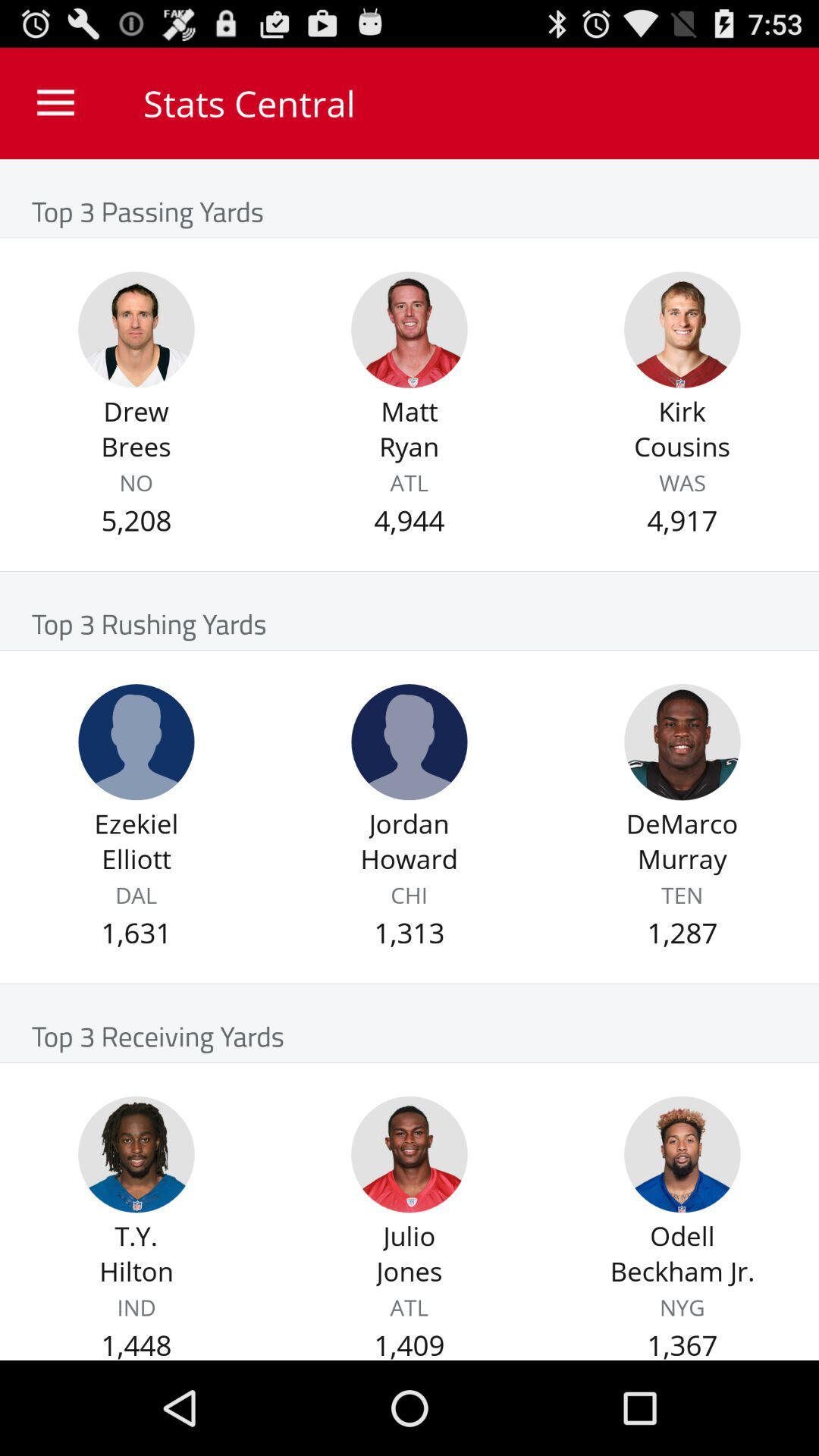 The height and width of the screenshot is (1456, 819). Describe the element at coordinates (409, 1153) in the screenshot. I see `see julio jones profile` at that location.